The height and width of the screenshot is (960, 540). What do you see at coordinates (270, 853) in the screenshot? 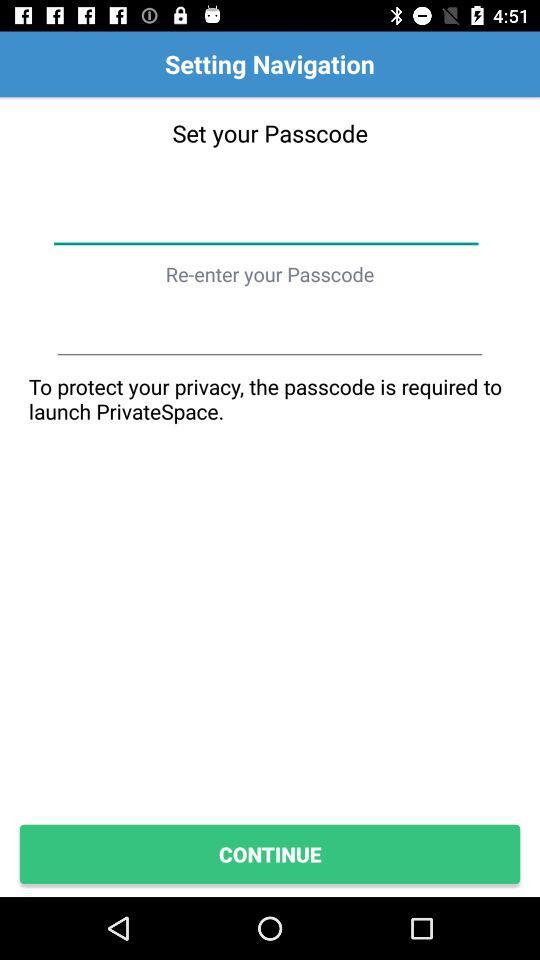
I see `the app below the to protect your item` at bounding box center [270, 853].